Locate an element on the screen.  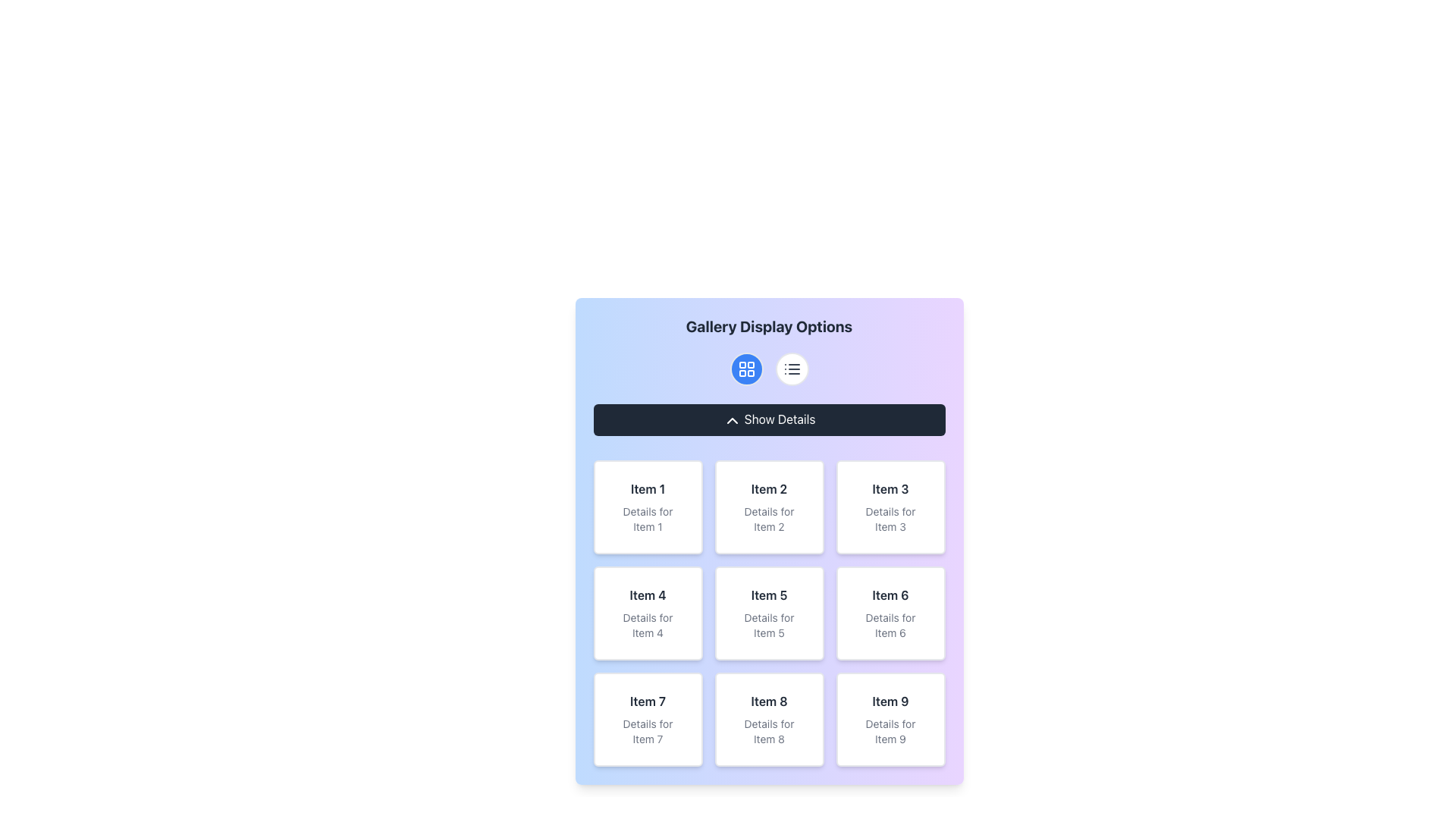
text component displaying 'Details for Item 3' which is located directly below the heading 'Item 3' in the third card of the third column in a 3x3 grid is located at coordinates (890, 518).